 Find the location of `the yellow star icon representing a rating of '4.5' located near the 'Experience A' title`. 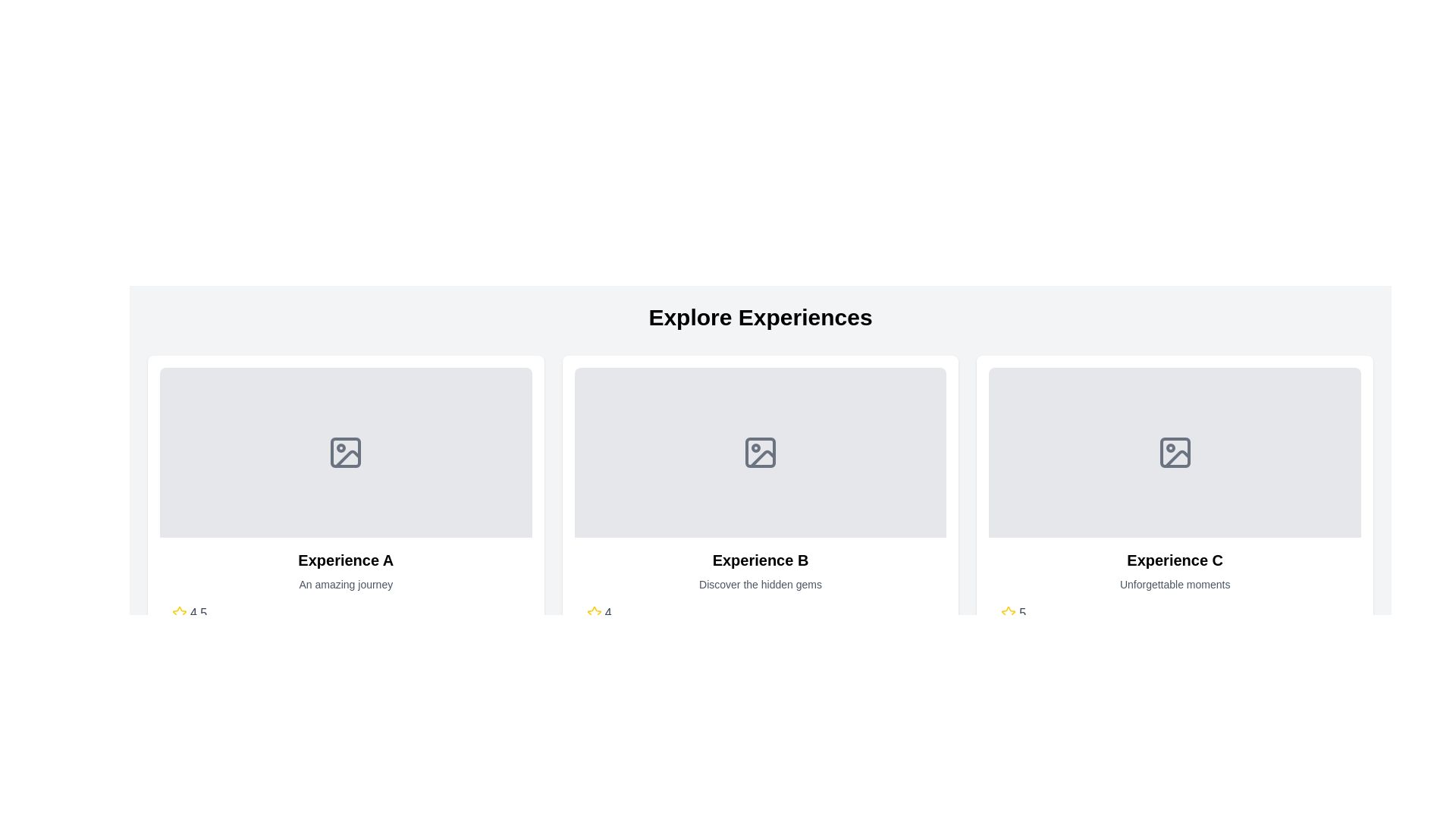

the yellow star icon representing a rating of '4.5' located near the 'Experience A' title is located at coordinates (179, 613).